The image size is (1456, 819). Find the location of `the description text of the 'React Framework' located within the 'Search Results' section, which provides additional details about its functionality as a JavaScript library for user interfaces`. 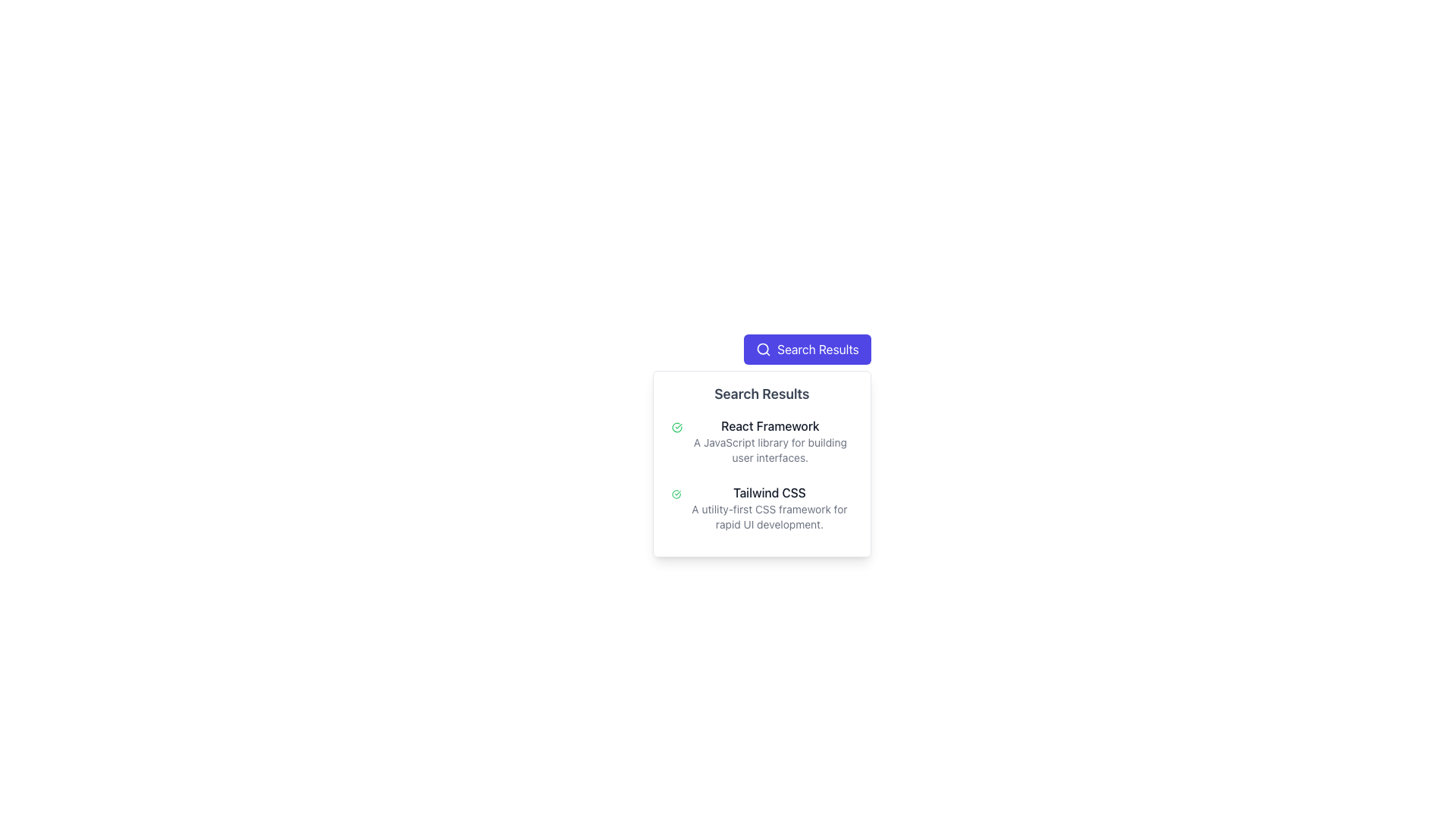

the description text of the 'React Framework' located within the 'Search Results' section, which provides additional details about its functionality as a JavaScript library for user interfaces is located at coordinates (770, 450).